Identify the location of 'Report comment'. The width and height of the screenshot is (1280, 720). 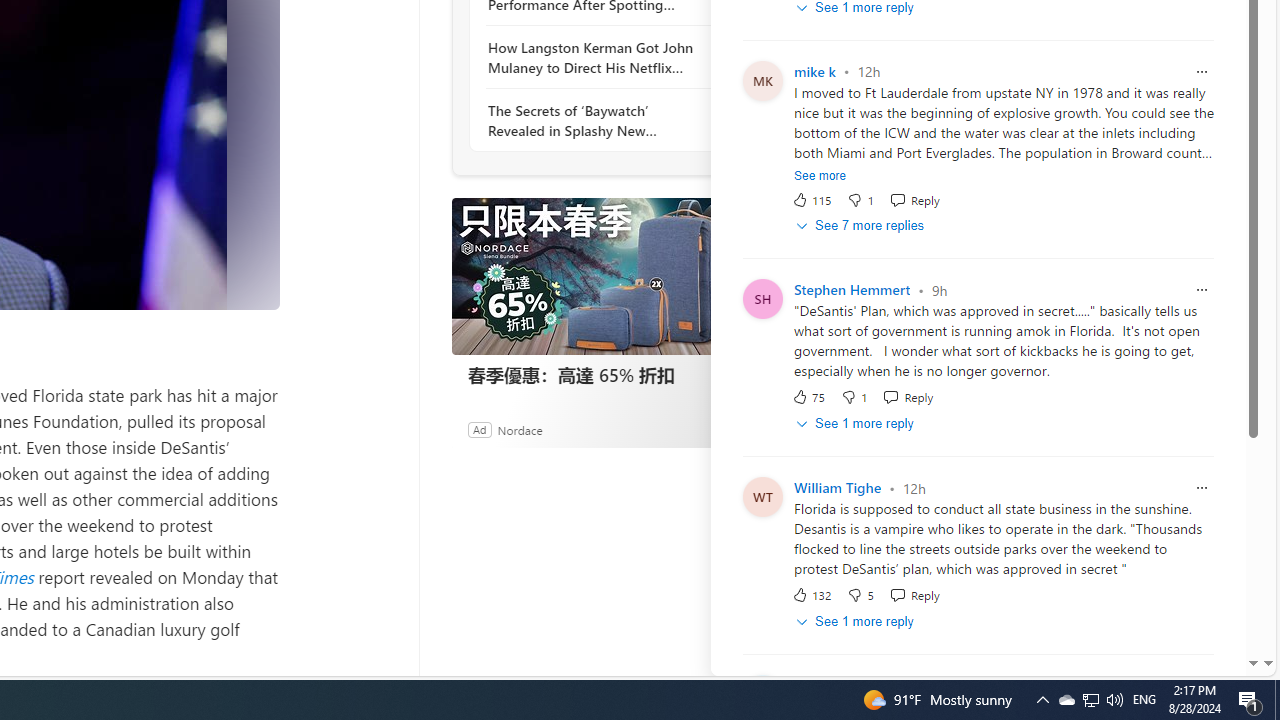
(1200, 684).